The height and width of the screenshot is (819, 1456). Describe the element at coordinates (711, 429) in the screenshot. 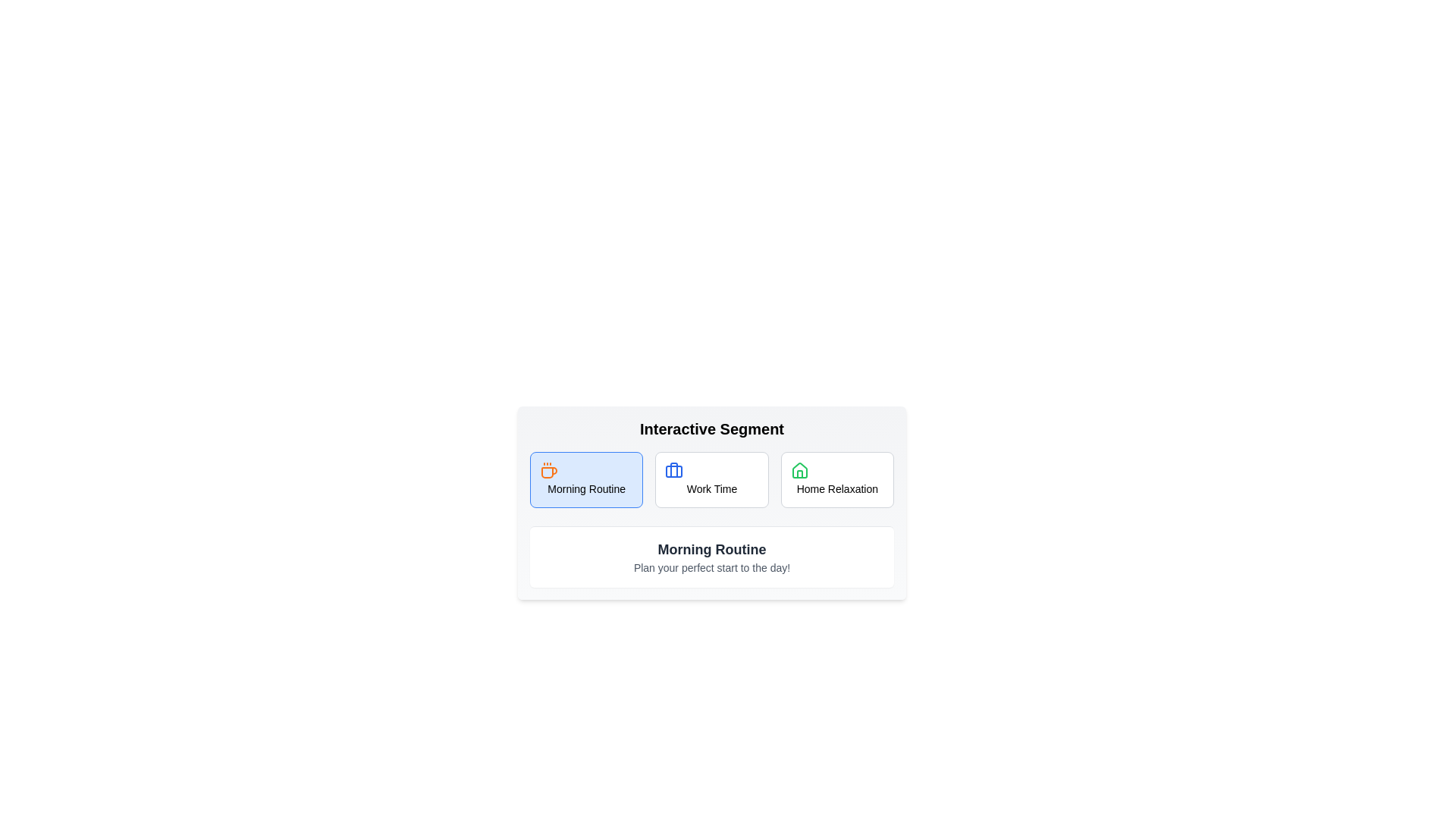

I see `the prominent title text label reading 'Interactive Segment', which is styled in bold and larger font, centered above the interactive boxes` at that location.